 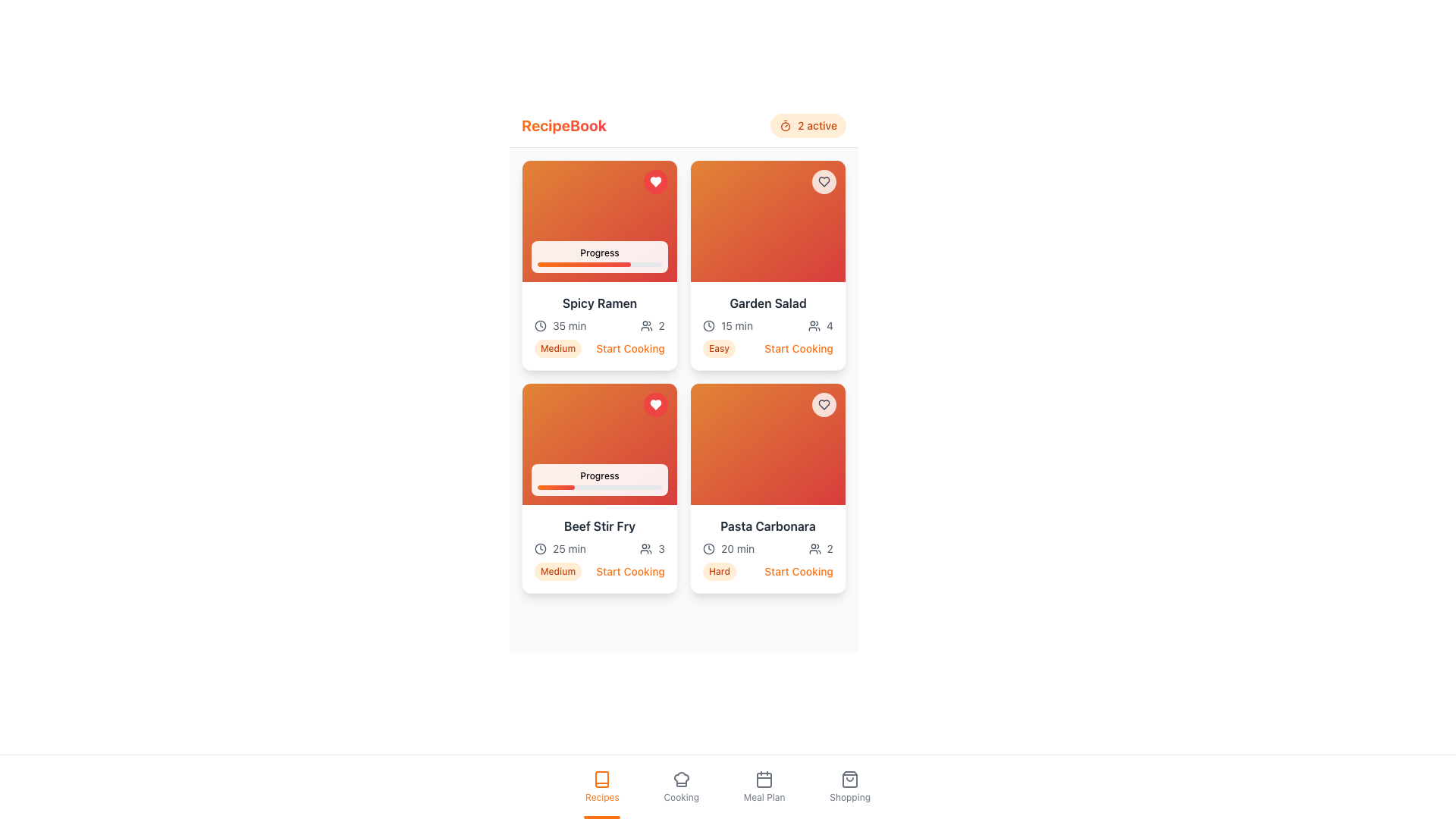 What do you see at coordinates (767, 265) in the screenshot?
I see `the 'Garden Salad' interactive recipe card located` at bounding box center [767, 265].